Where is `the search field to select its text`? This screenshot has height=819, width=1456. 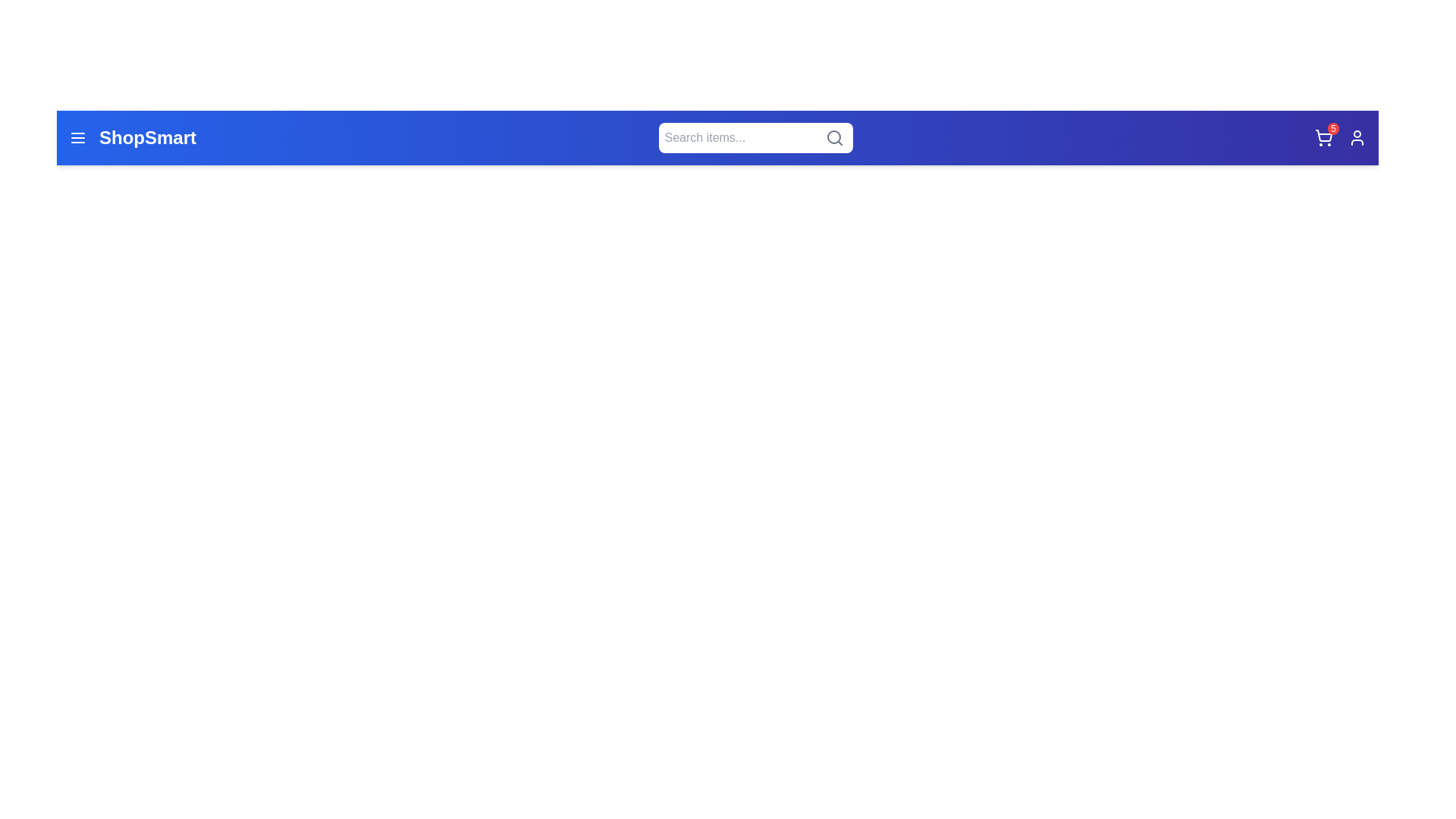
the search field to select its text is located at coordinates (755, 137).